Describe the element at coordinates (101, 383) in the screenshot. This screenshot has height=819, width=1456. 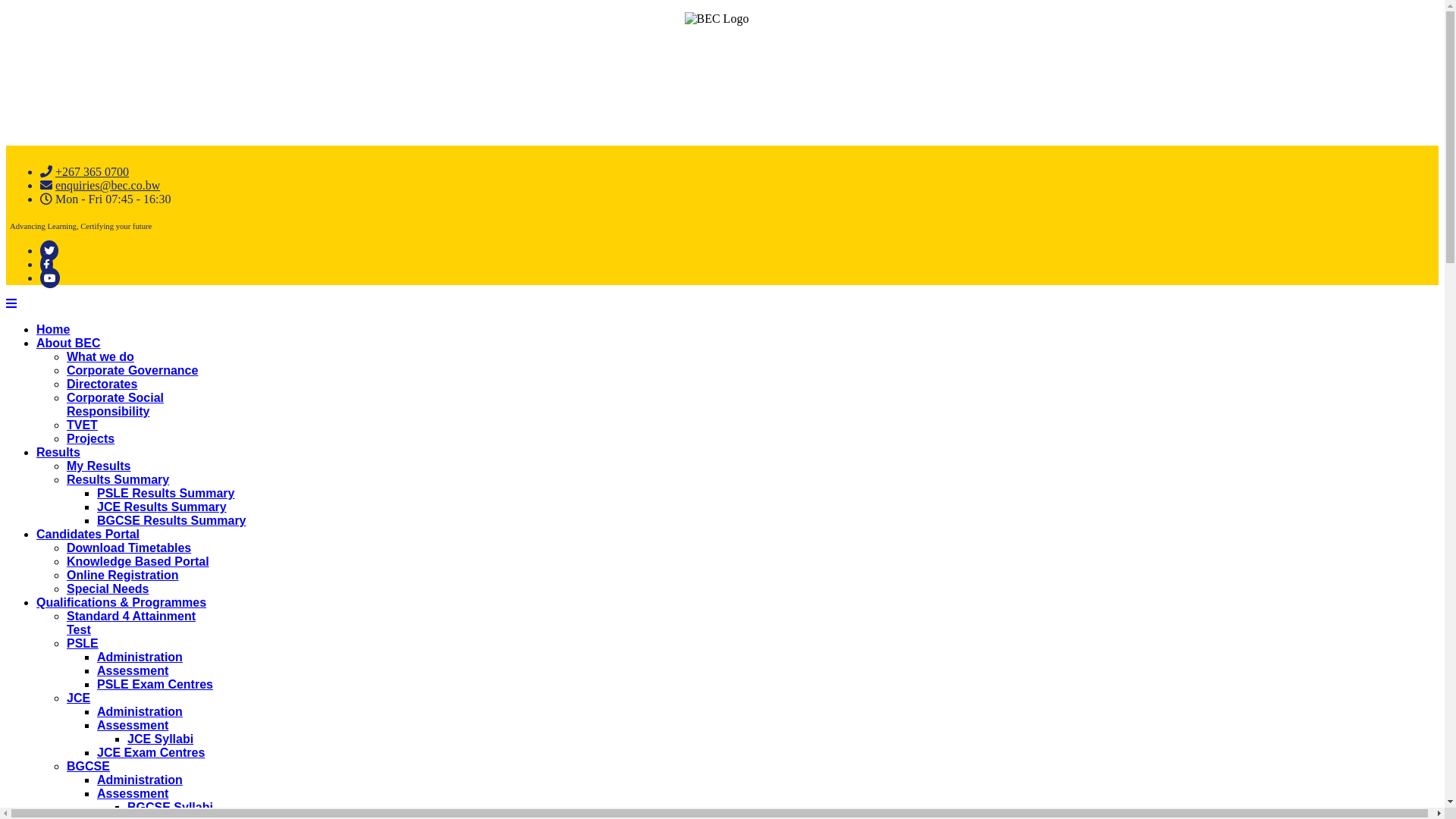
I see `'Directorates'` at that location.